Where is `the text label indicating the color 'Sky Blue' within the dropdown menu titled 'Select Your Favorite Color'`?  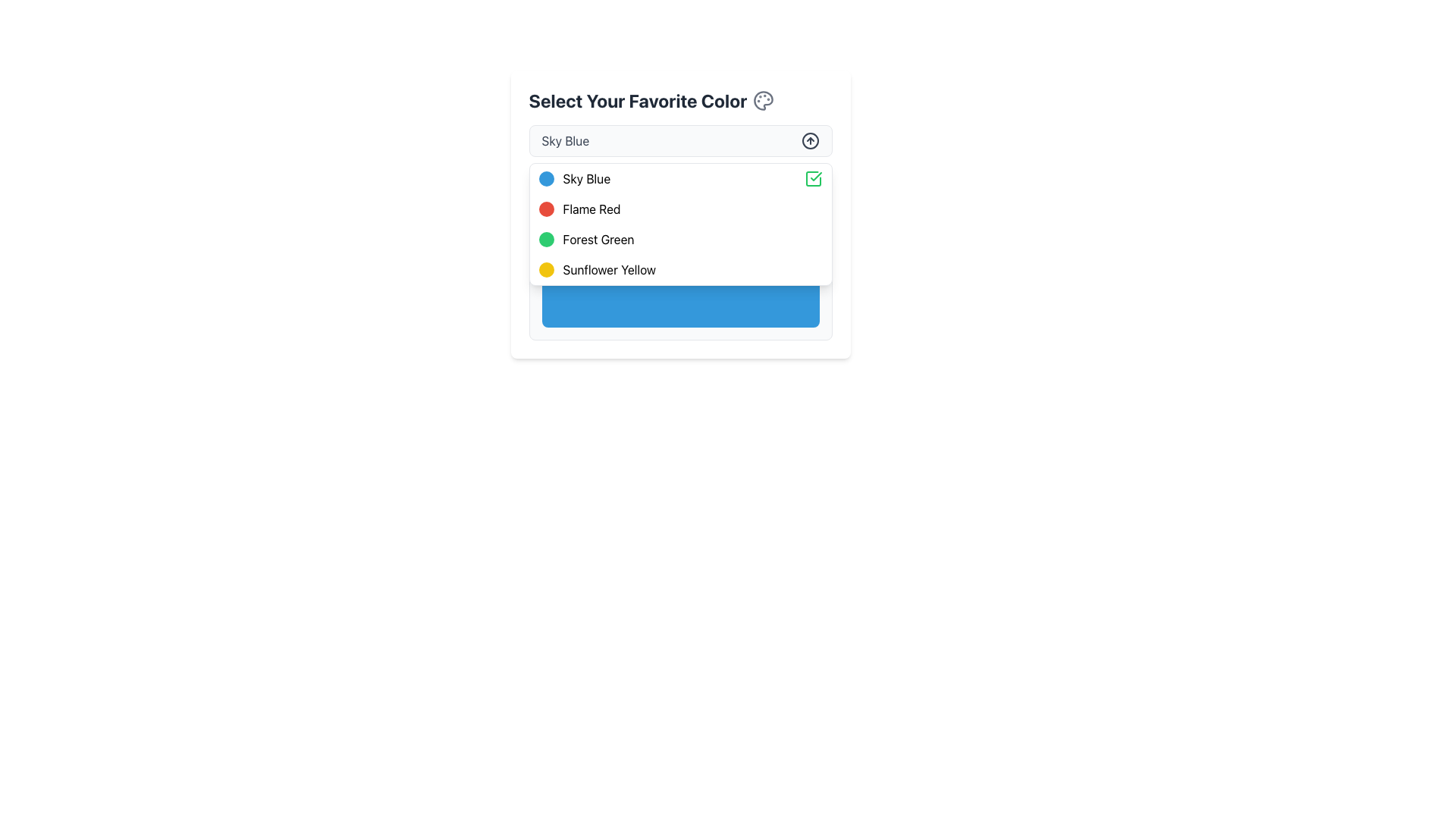
the text label indicating the color 'Sky Blue' within the dropdown menu titled 'Select Your Favorite Color' is located at coordinates (585, 177).